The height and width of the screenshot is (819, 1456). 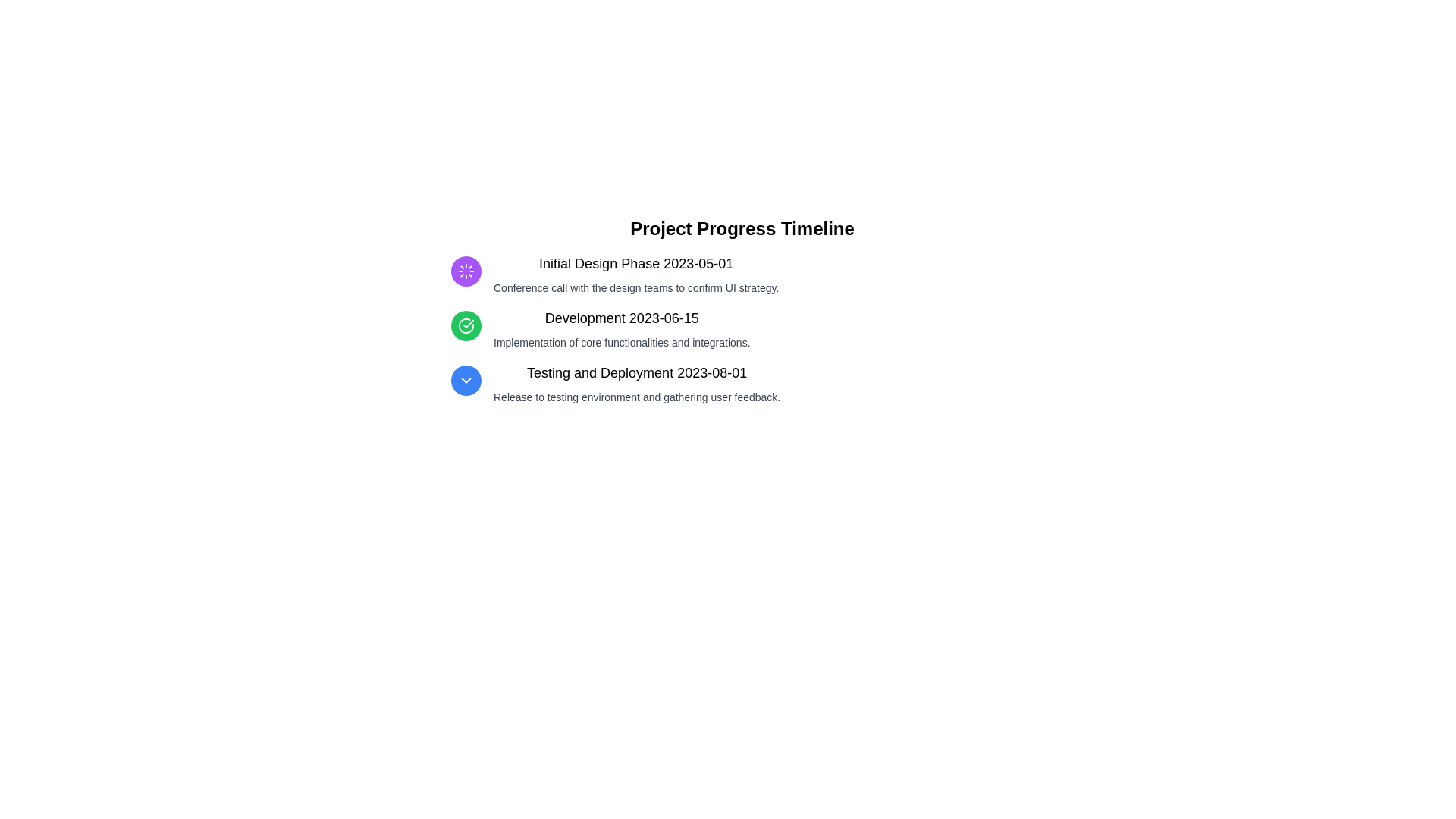 I want to click on the Decorative Icon representing the 'Initial Design Phase' in the timeline, positioned to the left of the 'Initial Design Phase 2023-05-01' text, so click(x=465, y=271).